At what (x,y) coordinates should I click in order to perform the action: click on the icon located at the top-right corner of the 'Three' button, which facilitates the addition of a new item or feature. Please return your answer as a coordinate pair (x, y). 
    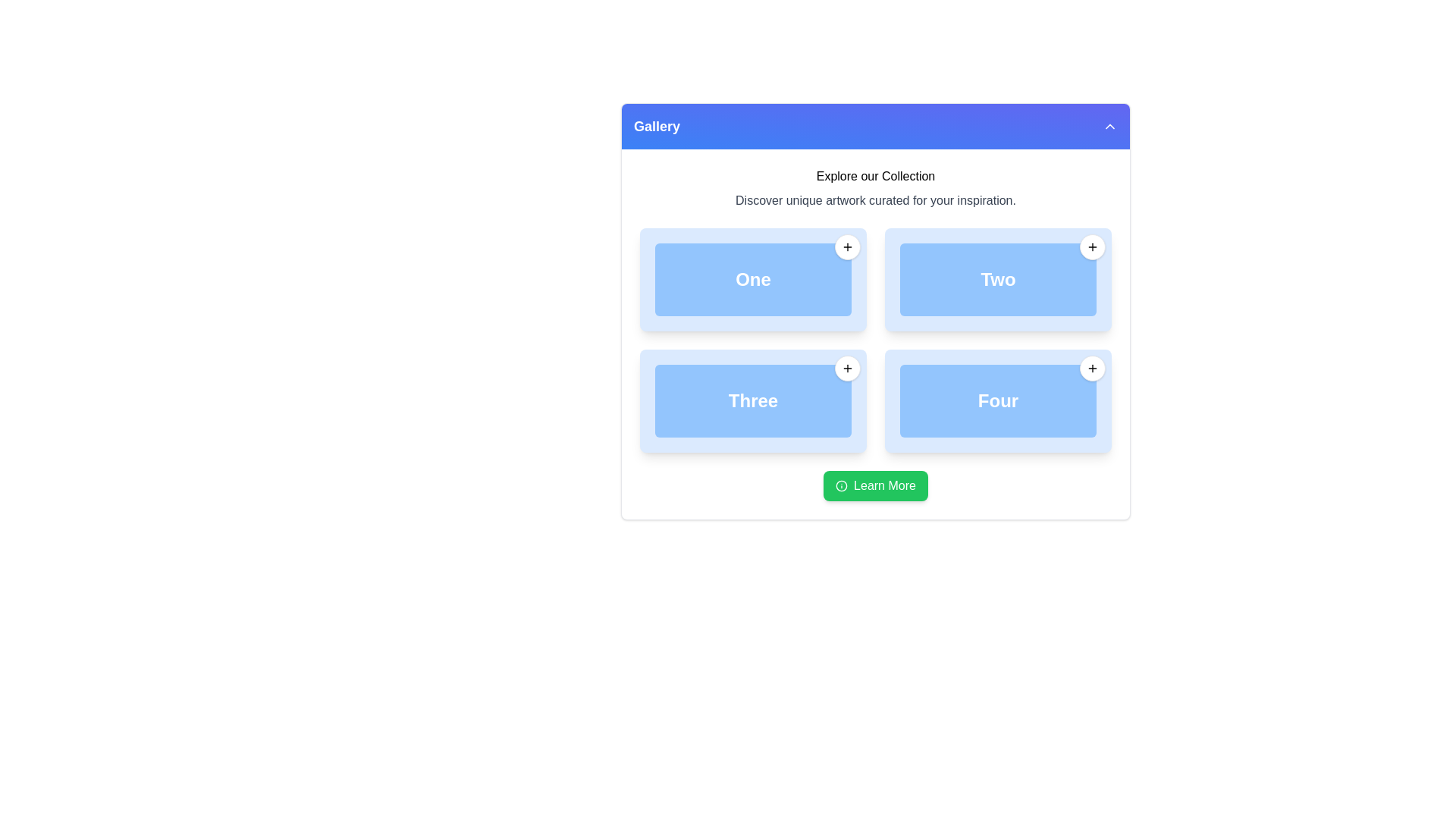
    Looking at the image, I should click on (847, 369).